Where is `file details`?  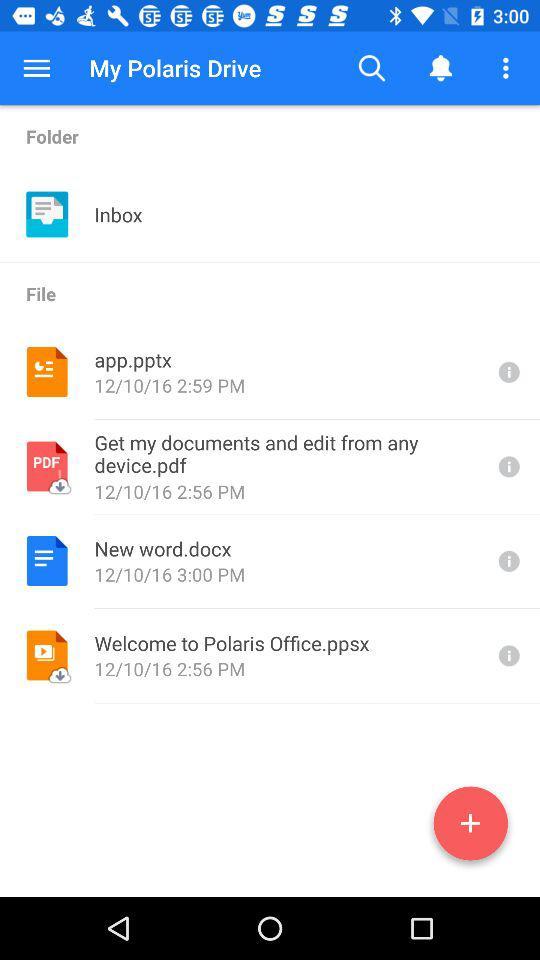
file details is located at coordinates (507, 561).